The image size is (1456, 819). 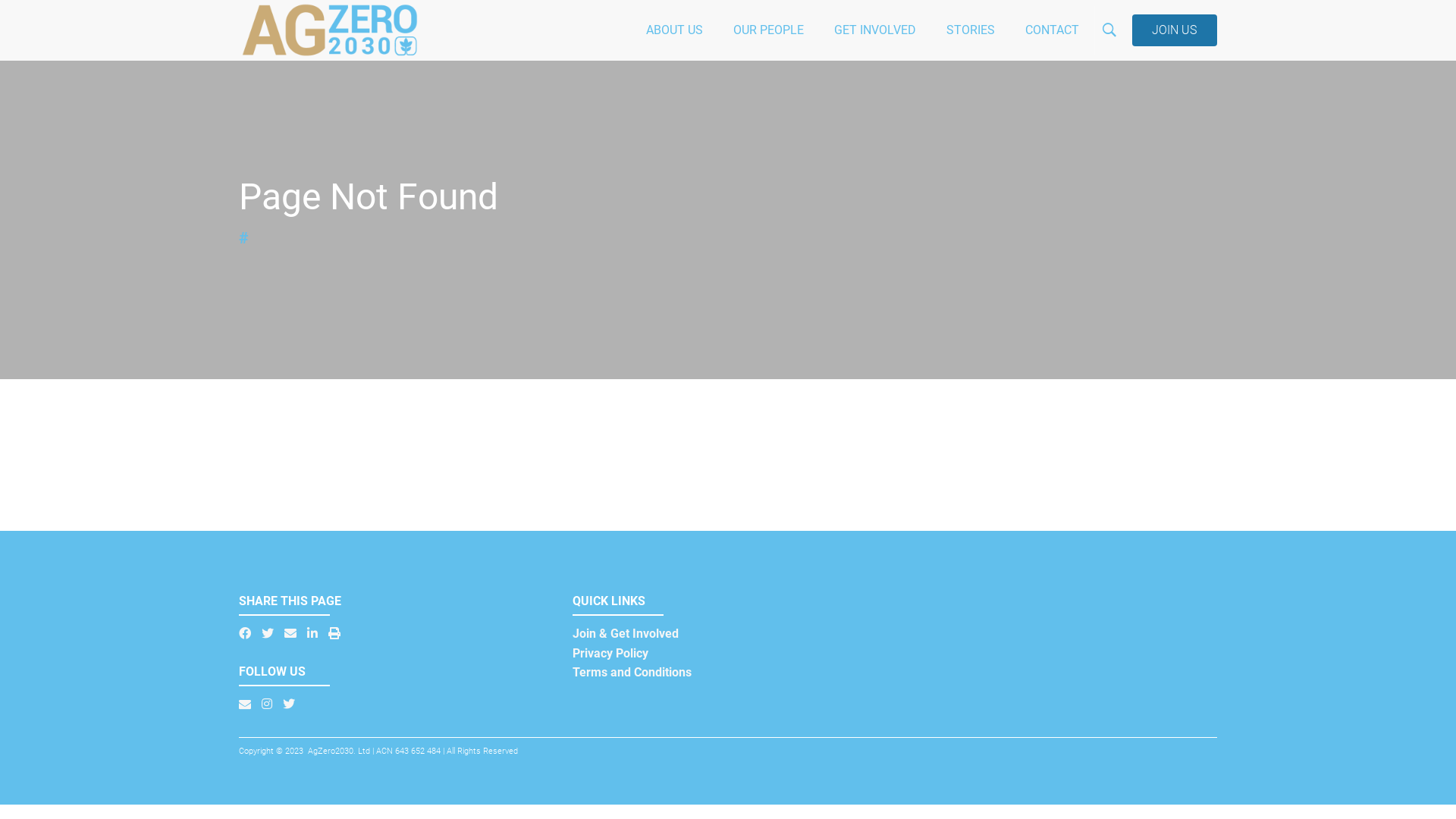 I want to click on 'Facebook', so click(x=244, y=632).